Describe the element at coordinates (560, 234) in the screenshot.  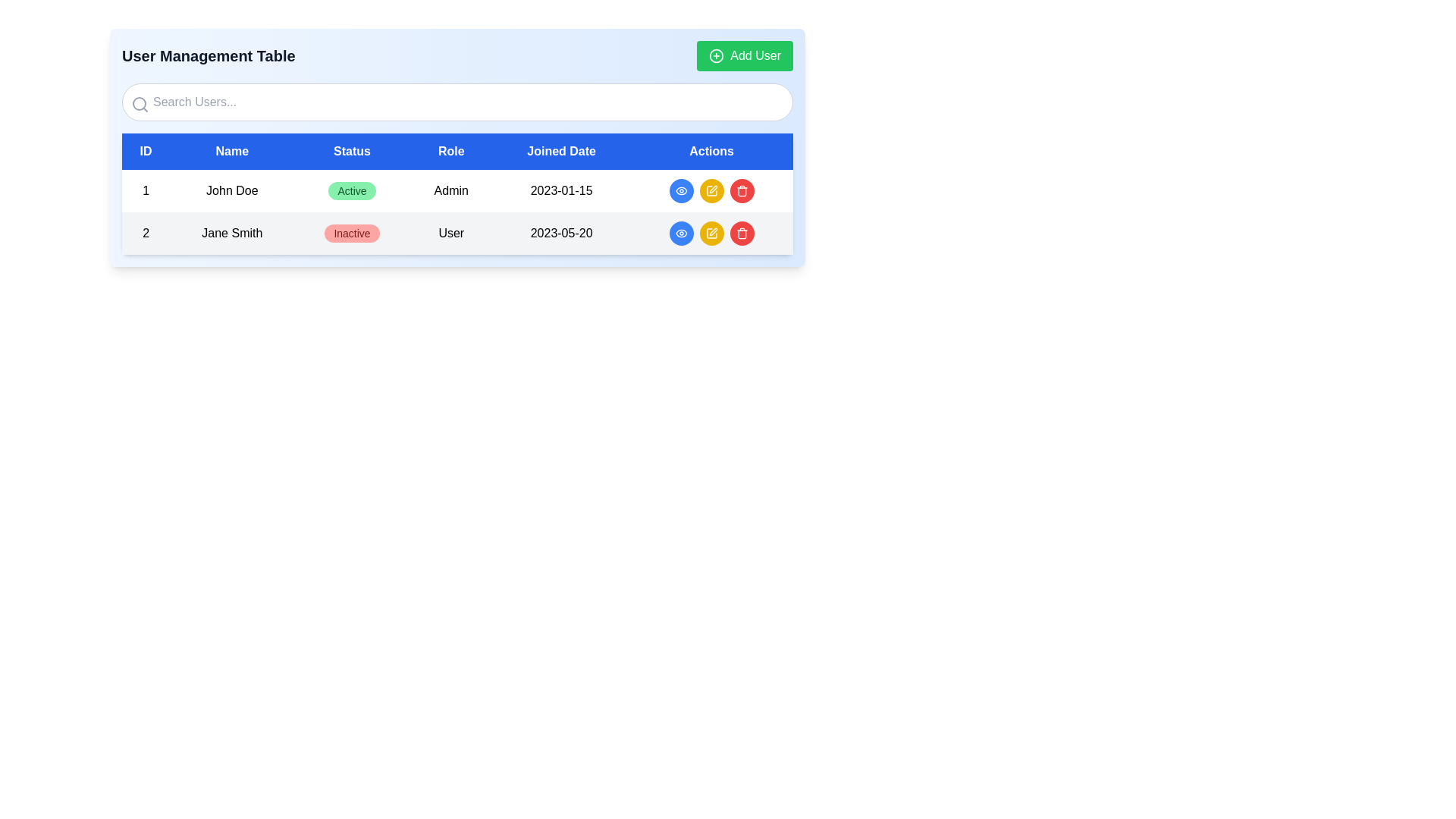
I see `the text label displaying '2023-05-20' in the 'Joined Date' column for user 'Jane Smith' in the user management table` at that location.